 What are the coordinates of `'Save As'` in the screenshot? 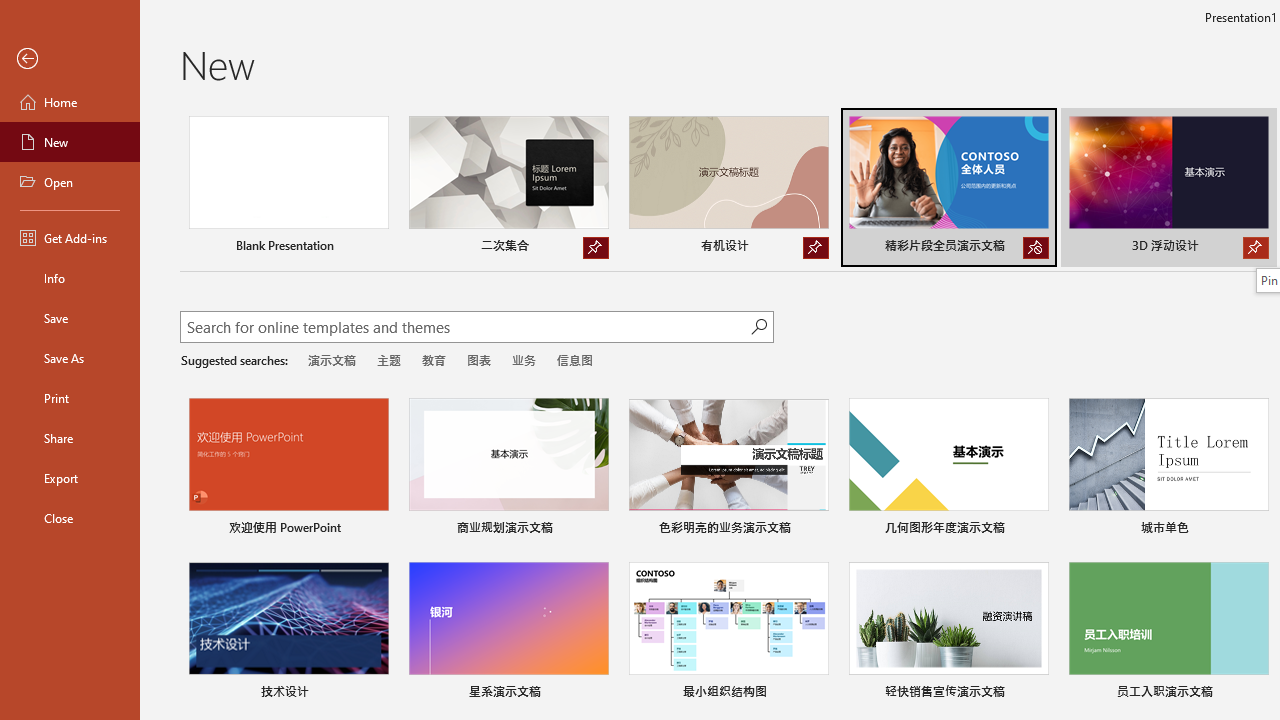 It's located at (69, 356).